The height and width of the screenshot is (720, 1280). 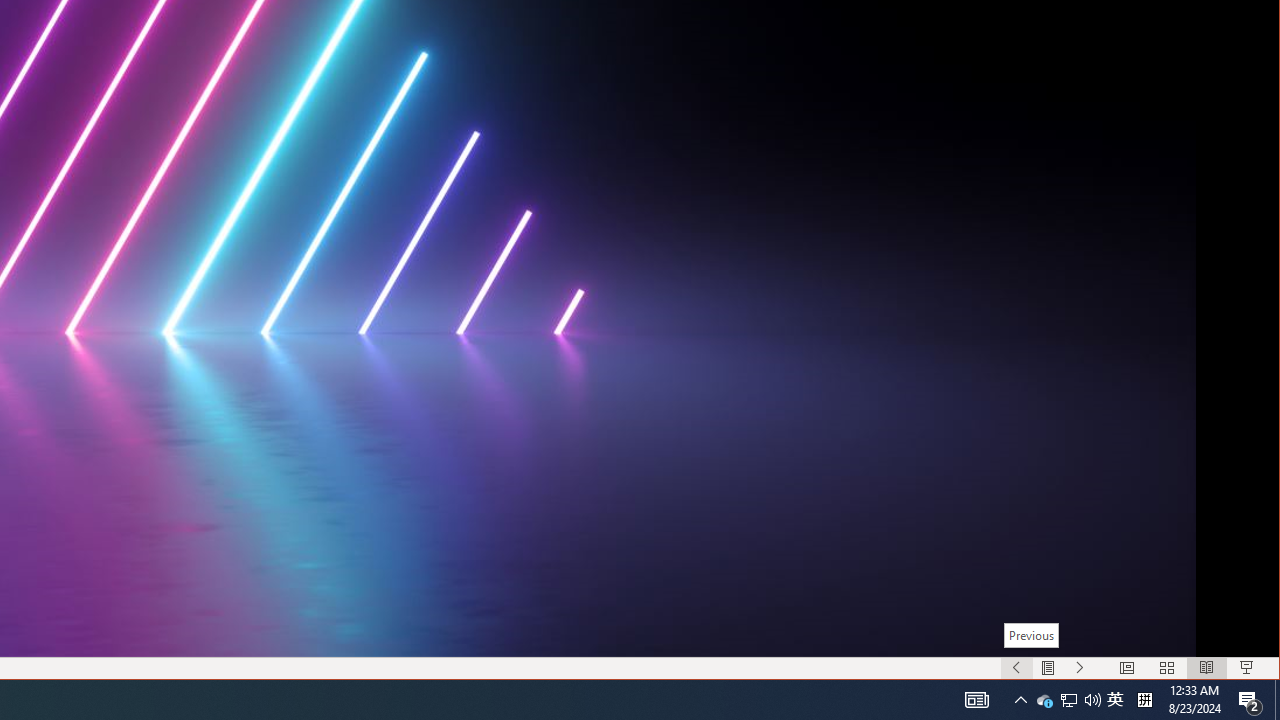 What do you see at coordinates (1079, 668) in the screenshot?
I see `'Slide Show Next On'` at bounding box center [1079, 668].